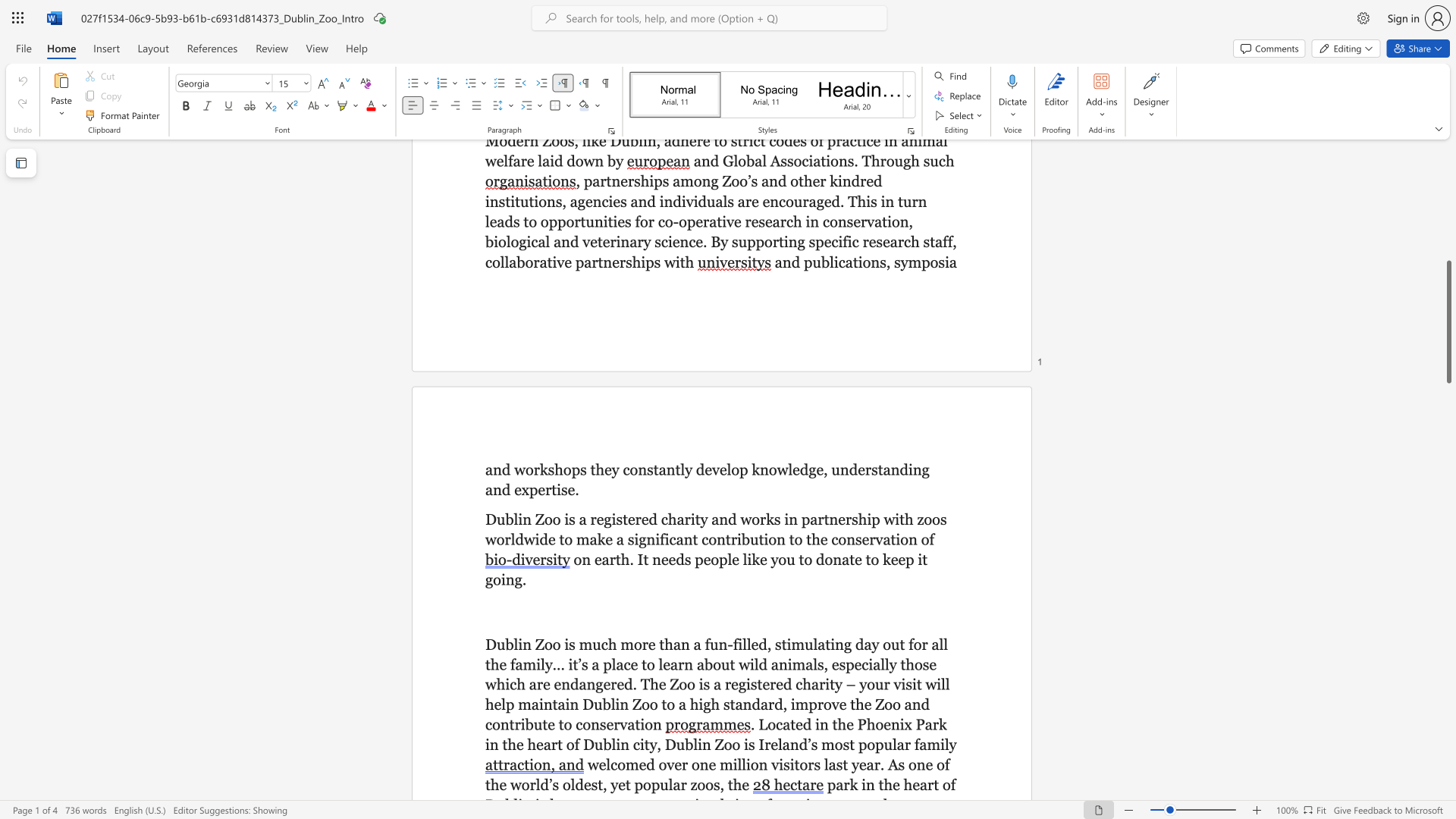  Describe the element at coordinates (775, 644) in the screenshot. I see `the subset text "st" within the text "Dublin Zoo is much more than a fun-filled, stimulating day out for all the family..."` at that location.